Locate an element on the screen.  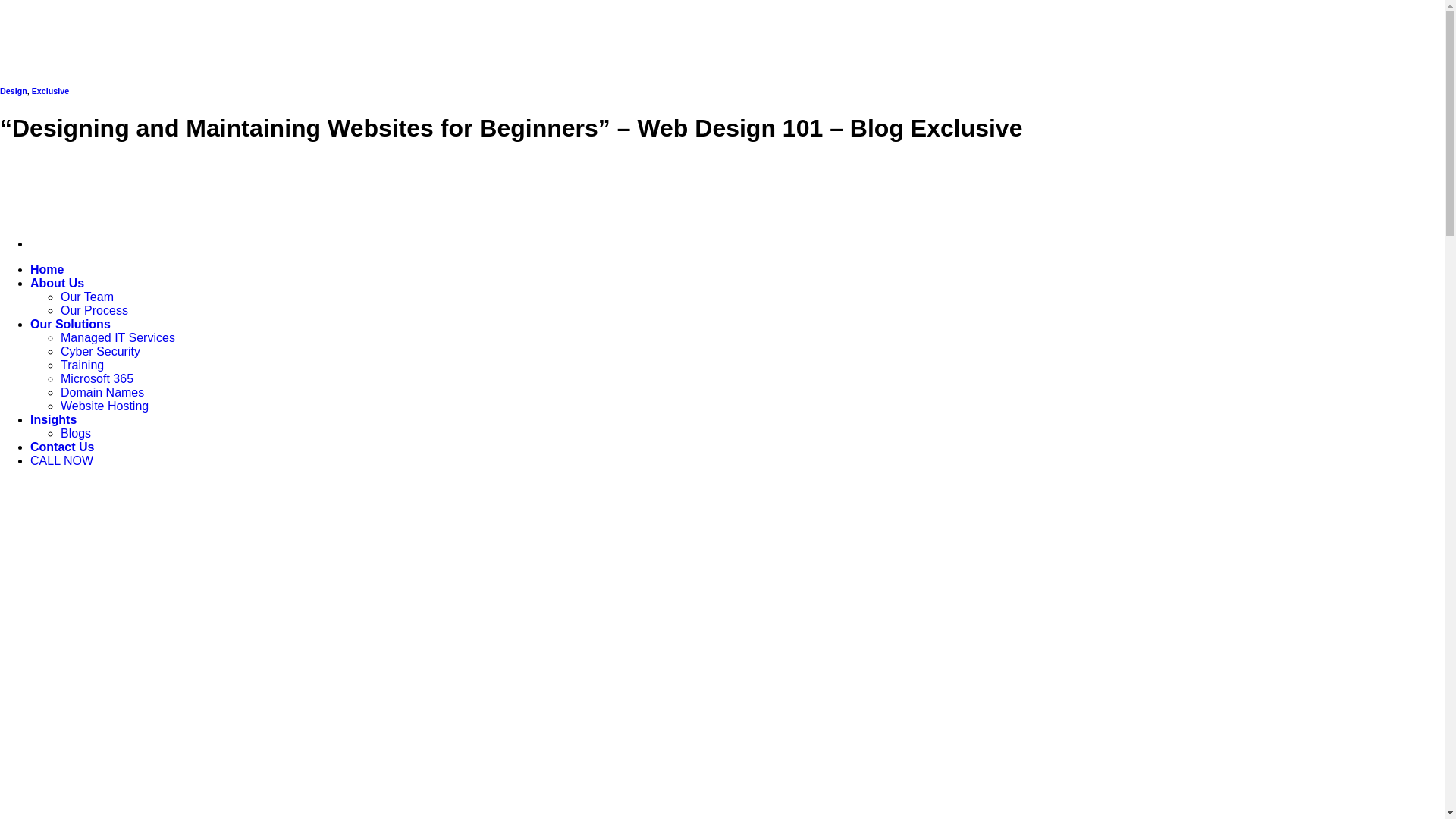
'Insights' is located at coordinates (53, 419).